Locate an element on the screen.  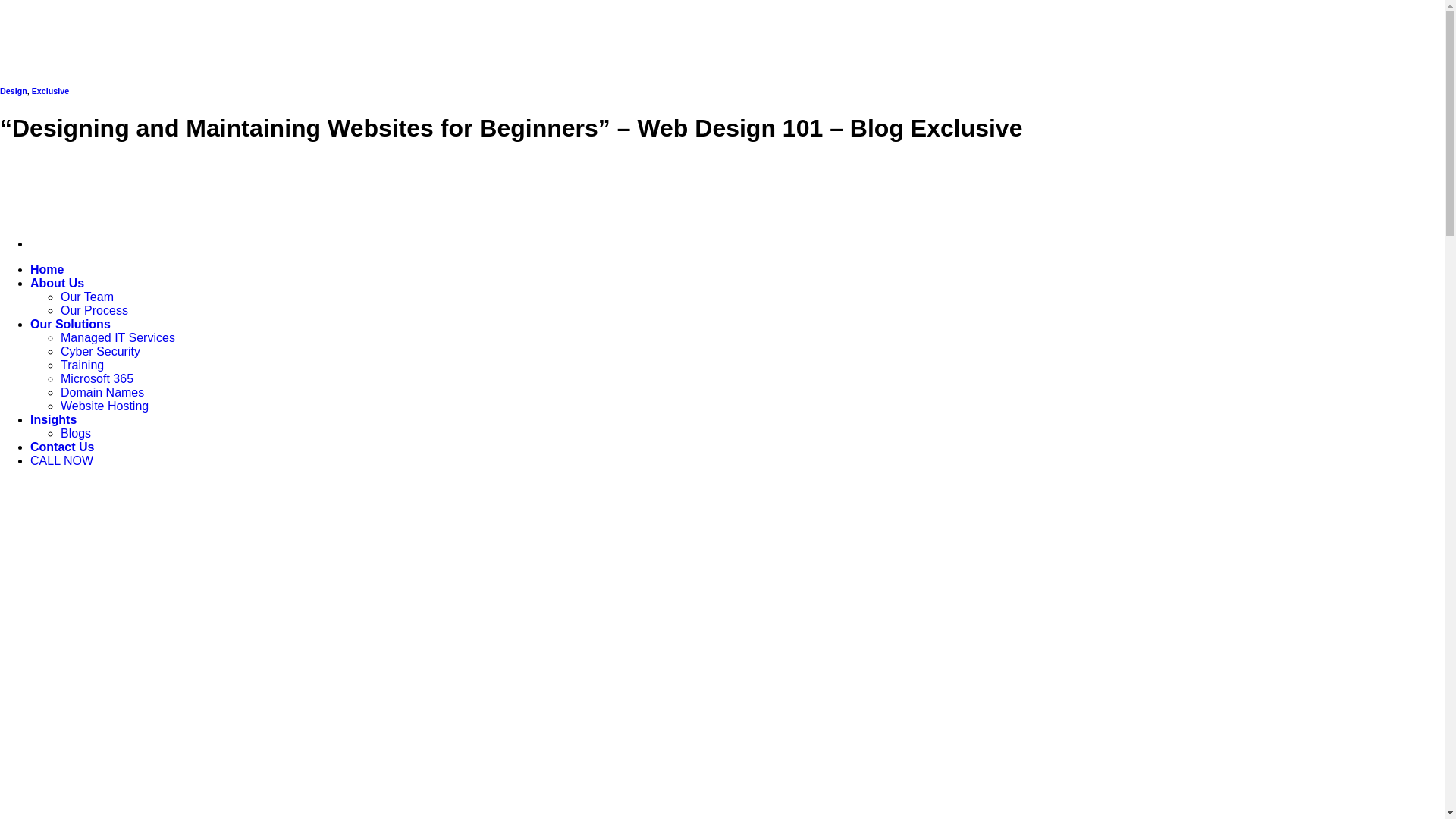
'Insights' is located at coordinates (53, 419).